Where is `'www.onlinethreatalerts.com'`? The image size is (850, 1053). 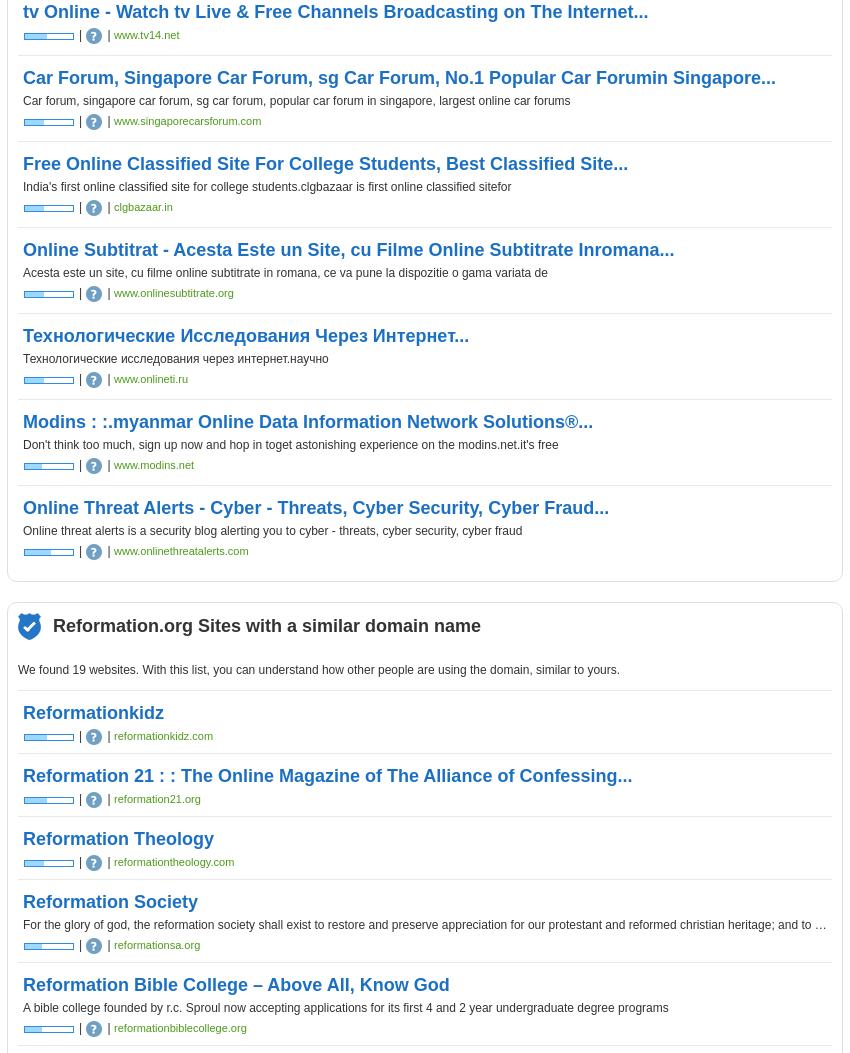
'www.onlinethreatalerts.com' is located at coordinates (179, 550).